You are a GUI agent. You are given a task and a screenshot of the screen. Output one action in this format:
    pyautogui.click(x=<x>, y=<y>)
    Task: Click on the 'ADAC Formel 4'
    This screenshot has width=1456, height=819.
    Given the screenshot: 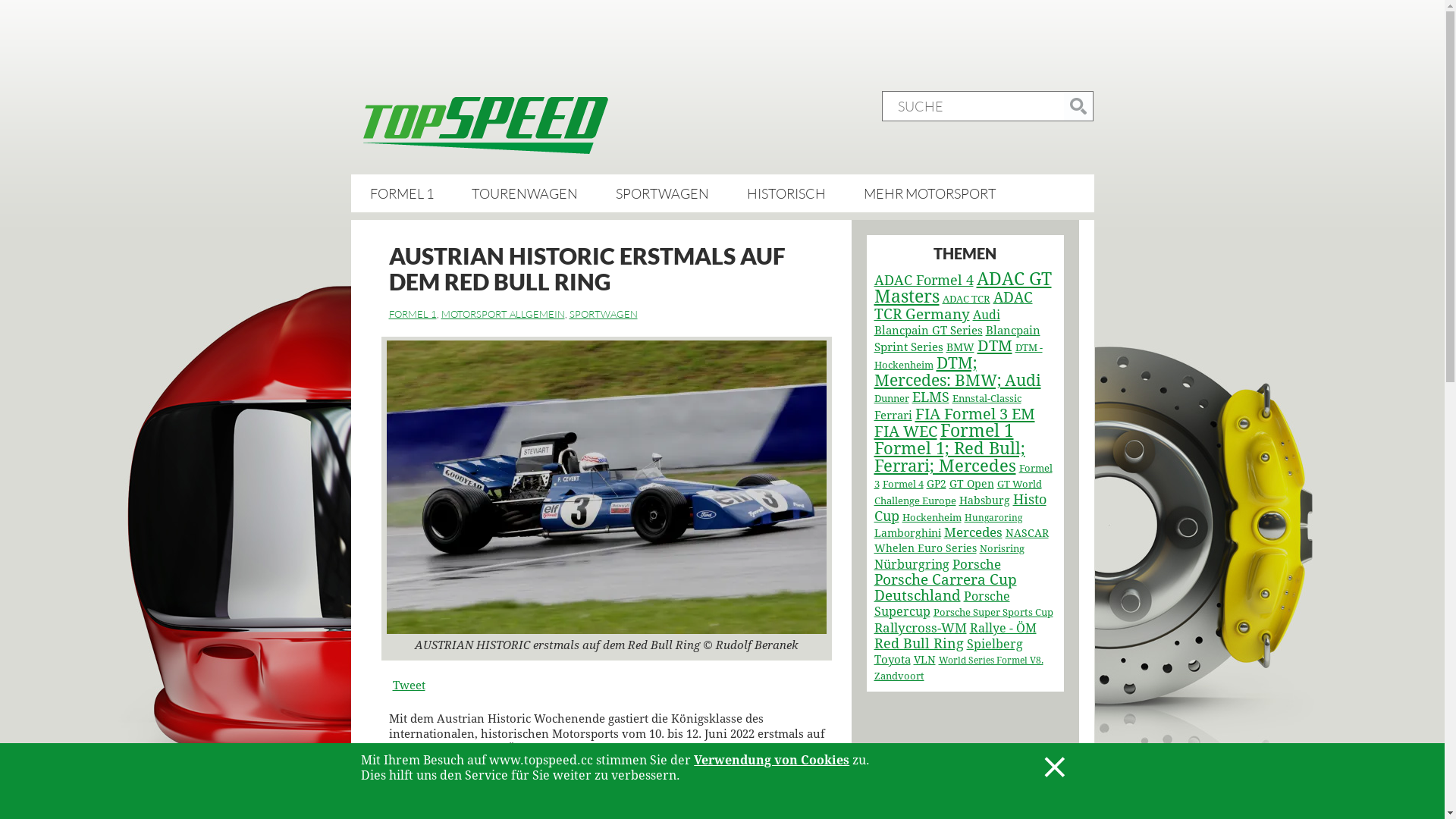 What is the action you would take?
    pyautogui.click(x=922, y=280)
    